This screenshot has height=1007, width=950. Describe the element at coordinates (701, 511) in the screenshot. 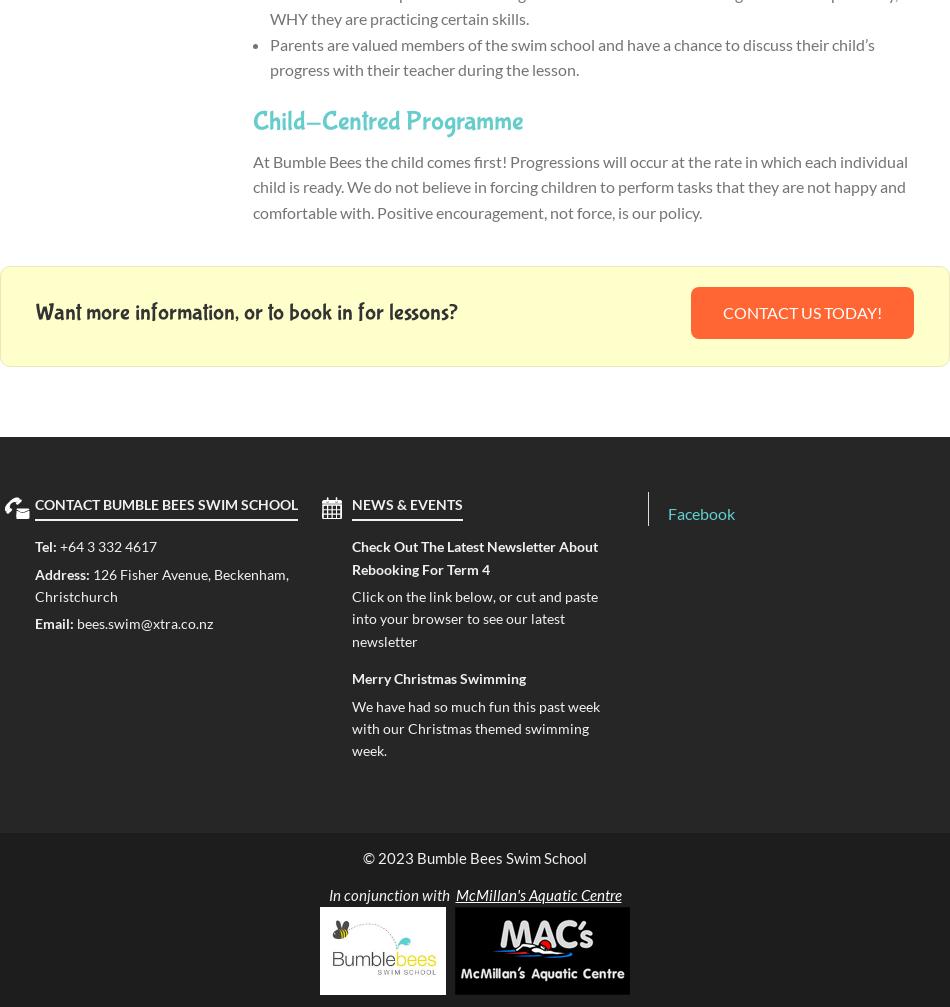

I see `'Facebook'` at that location.